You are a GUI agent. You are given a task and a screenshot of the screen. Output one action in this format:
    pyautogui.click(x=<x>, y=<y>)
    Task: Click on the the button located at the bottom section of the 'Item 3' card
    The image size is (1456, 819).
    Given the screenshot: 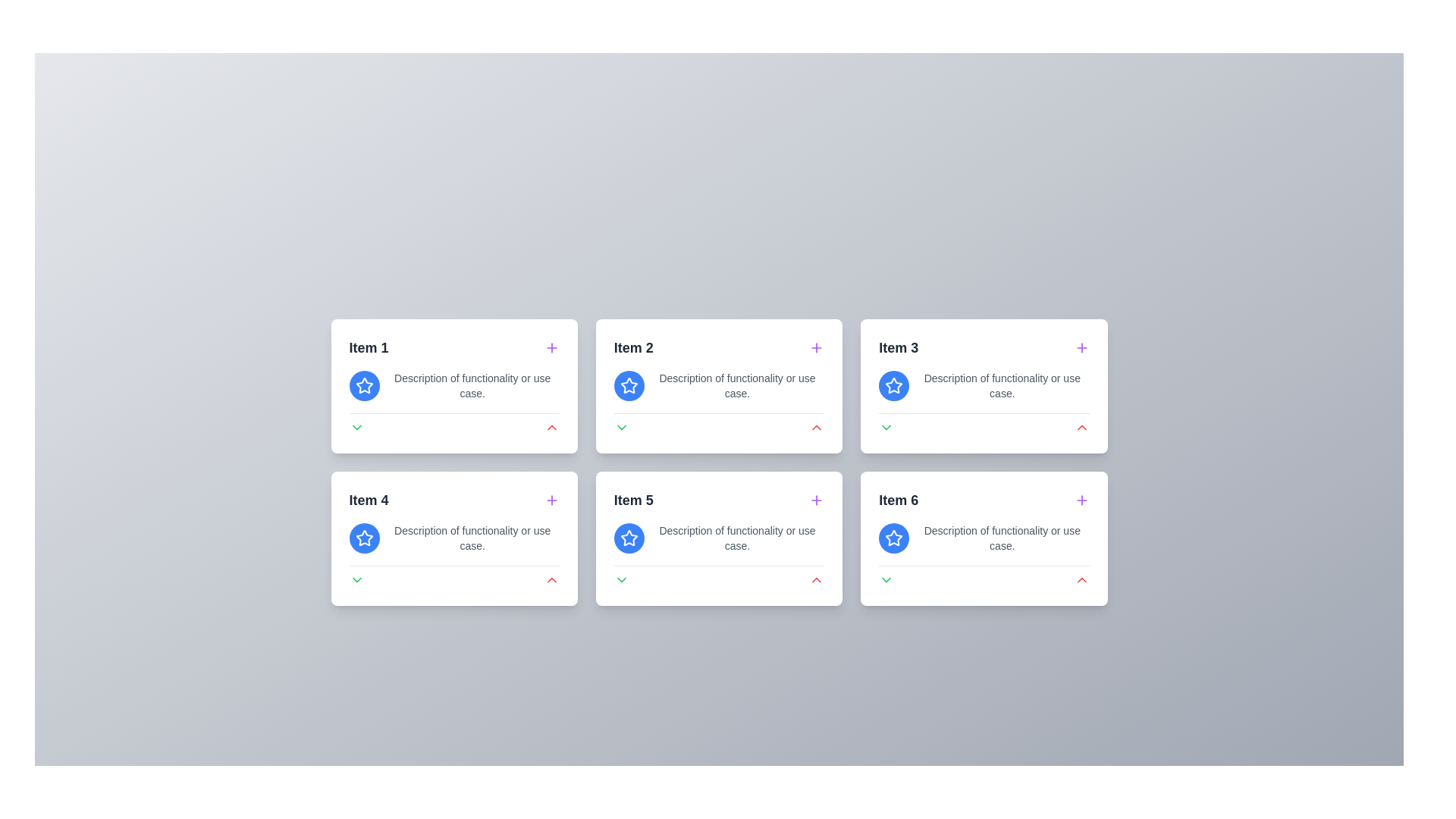 What is the action you would take?
    pyautogui.click(x=1081, y=427)
    